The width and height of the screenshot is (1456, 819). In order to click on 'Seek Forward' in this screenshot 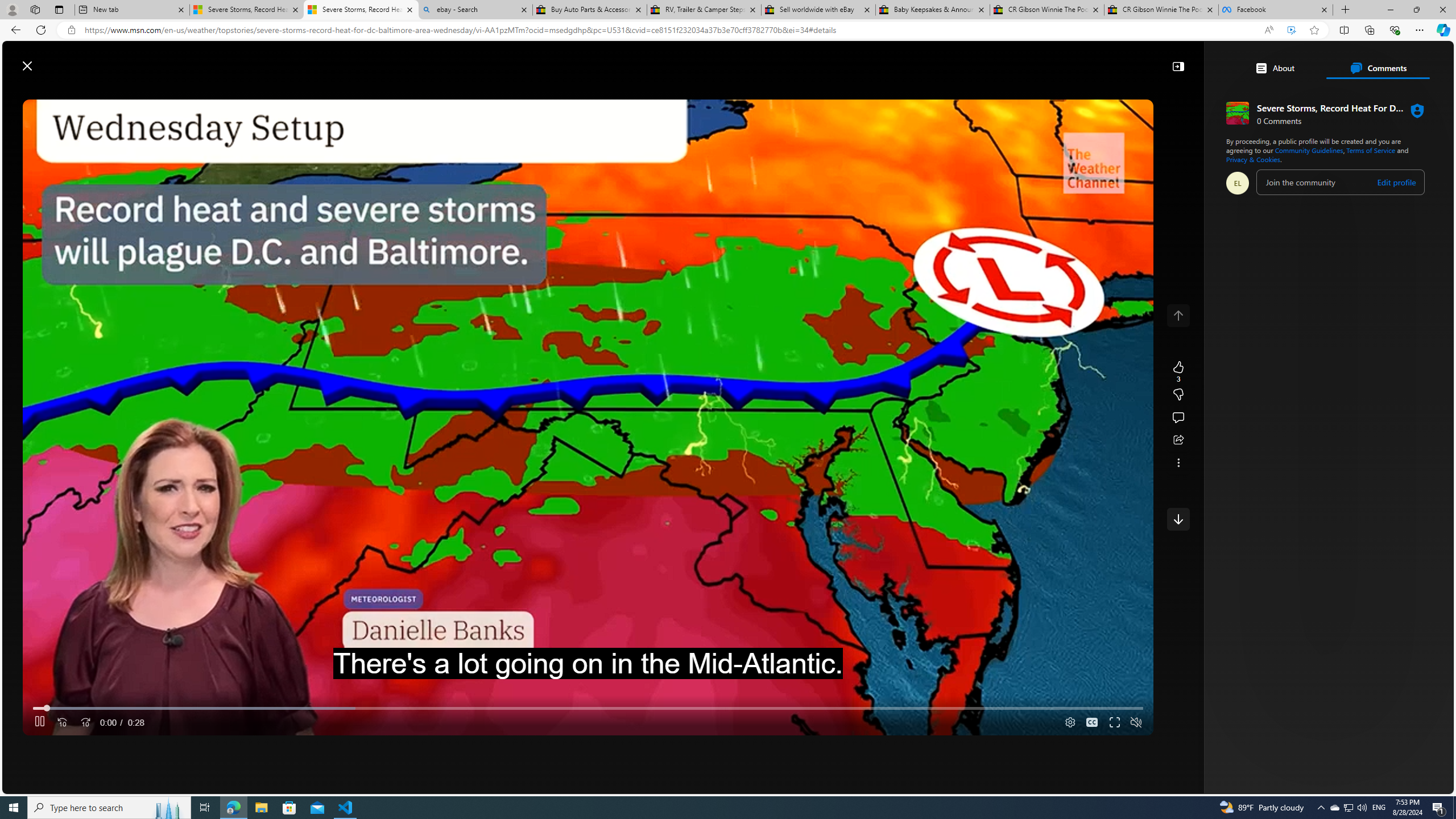, I will do `click(84, 723)`.